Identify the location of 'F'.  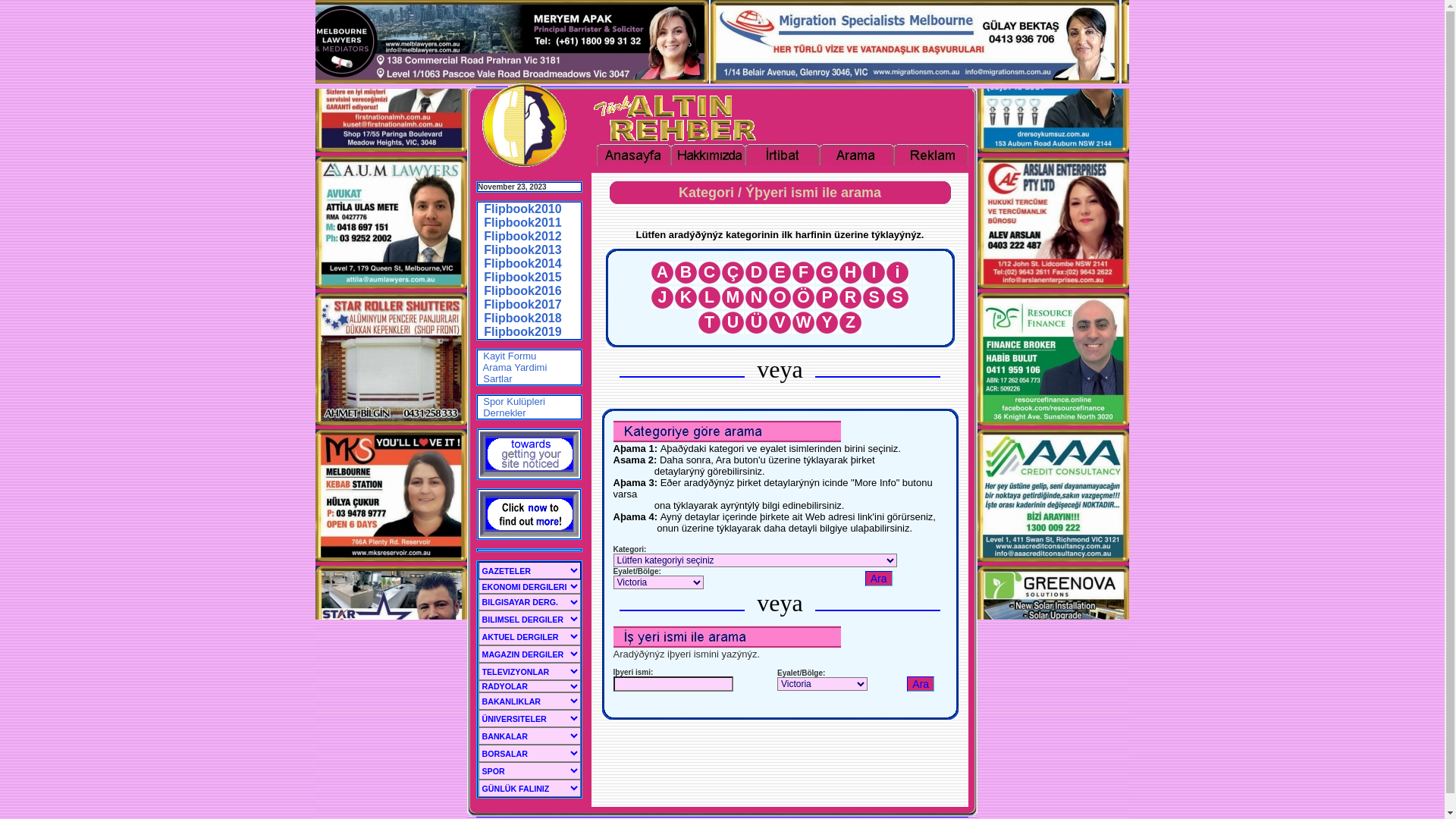
(802, 275).